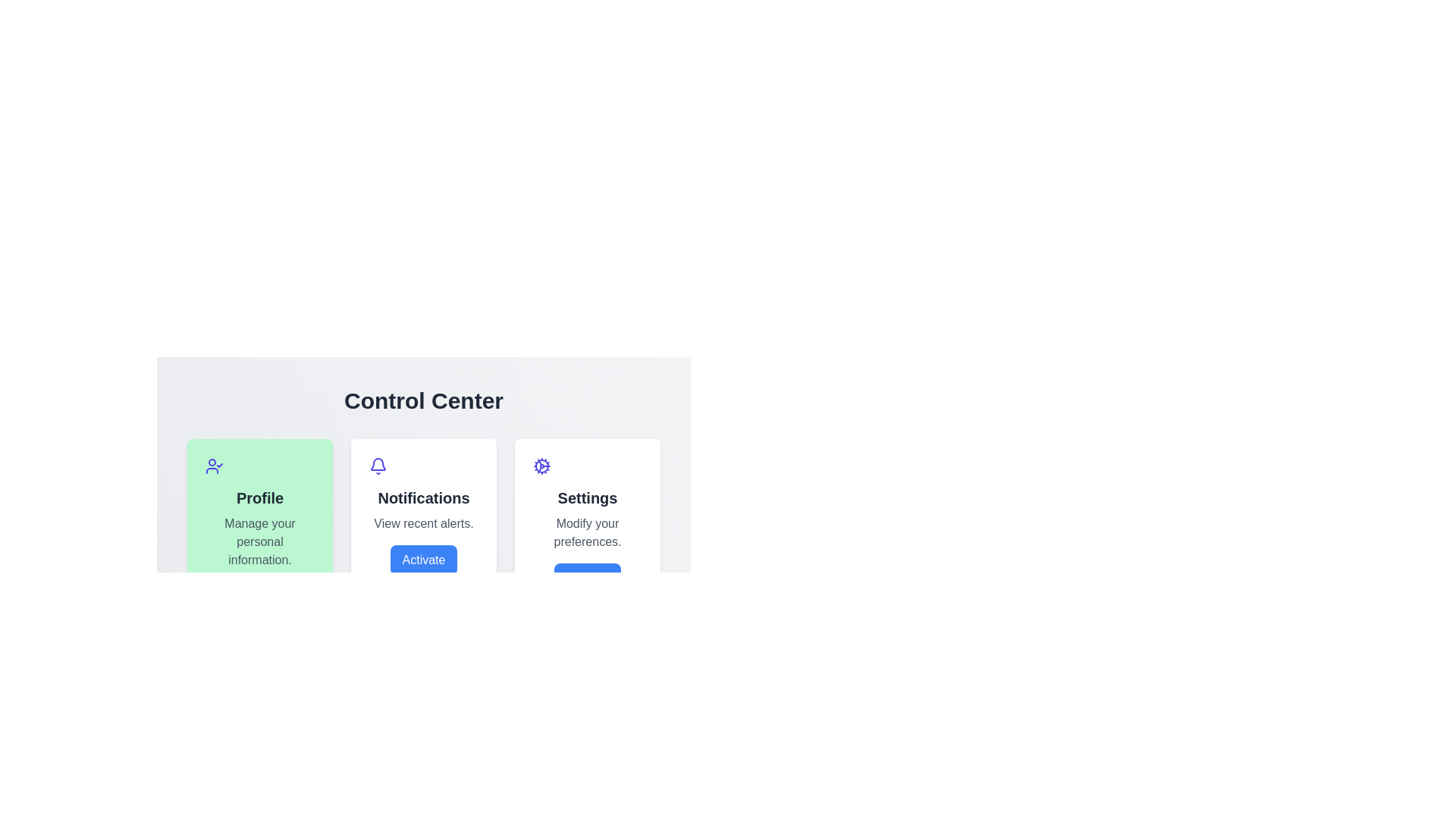 This screenshot has width=1456, height=819. What do you see at coordinates (214, 465) in the screenshot?
I see `the presence of the profile icon located in the top-left corner of the profile card, above the 'Profile' text` at bounding box center [214, 465].